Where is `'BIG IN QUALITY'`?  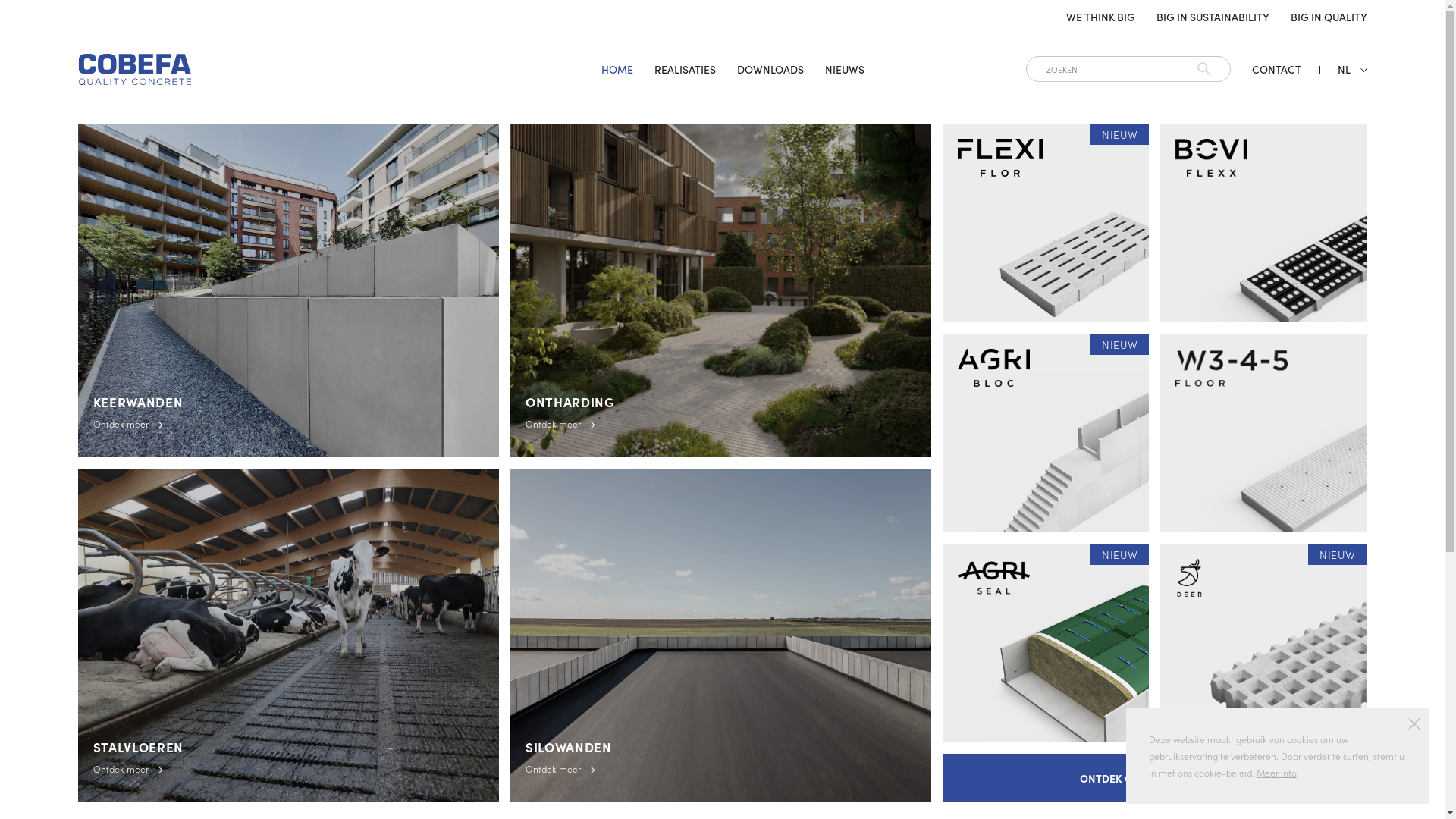
'BIG IN QUALITY' is located at coordinates (1328, 17).